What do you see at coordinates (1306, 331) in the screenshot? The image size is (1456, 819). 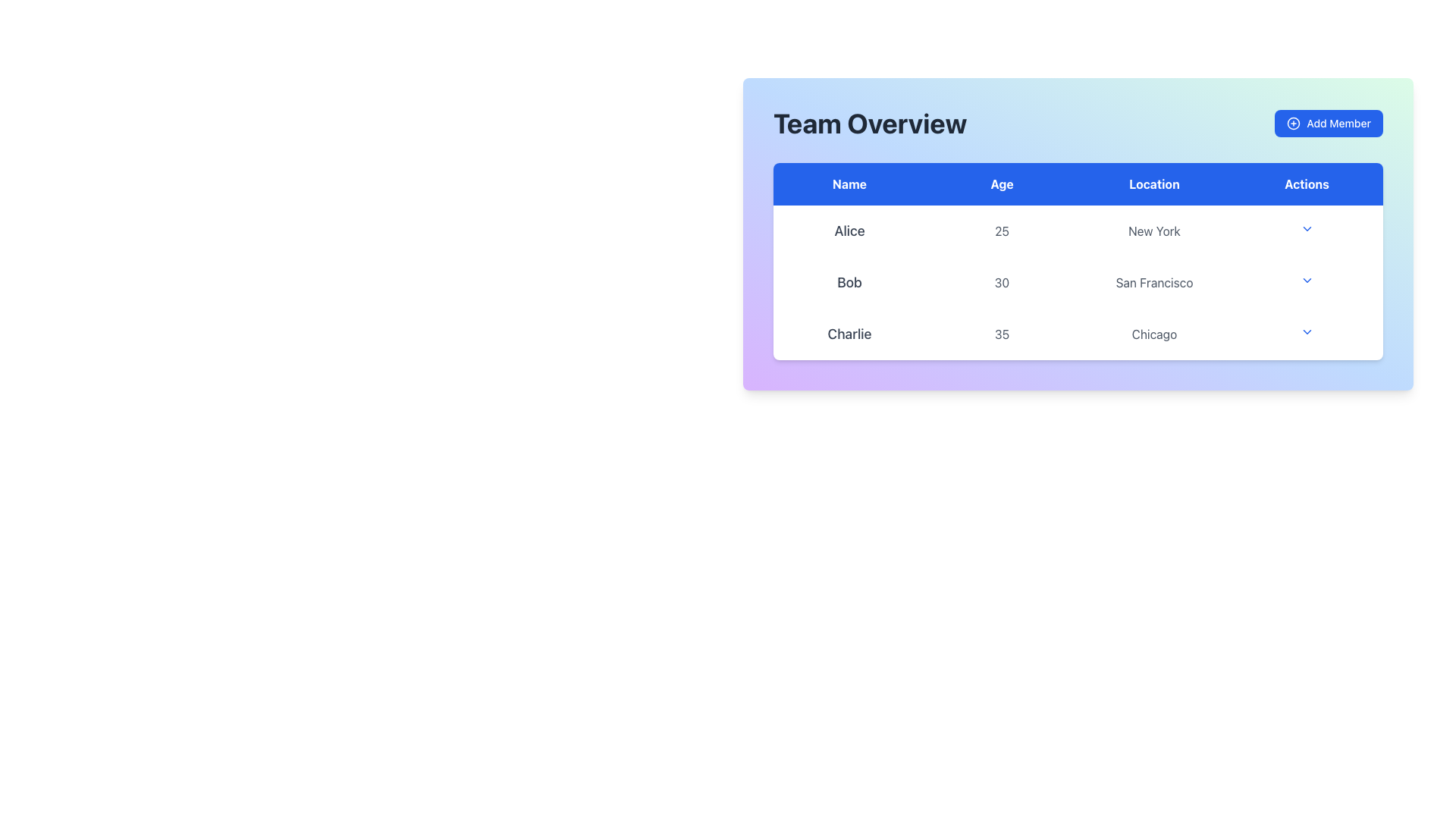 I see `the button in the 'Actions' column of the third row of the table` at bounding box center [1306, 331].